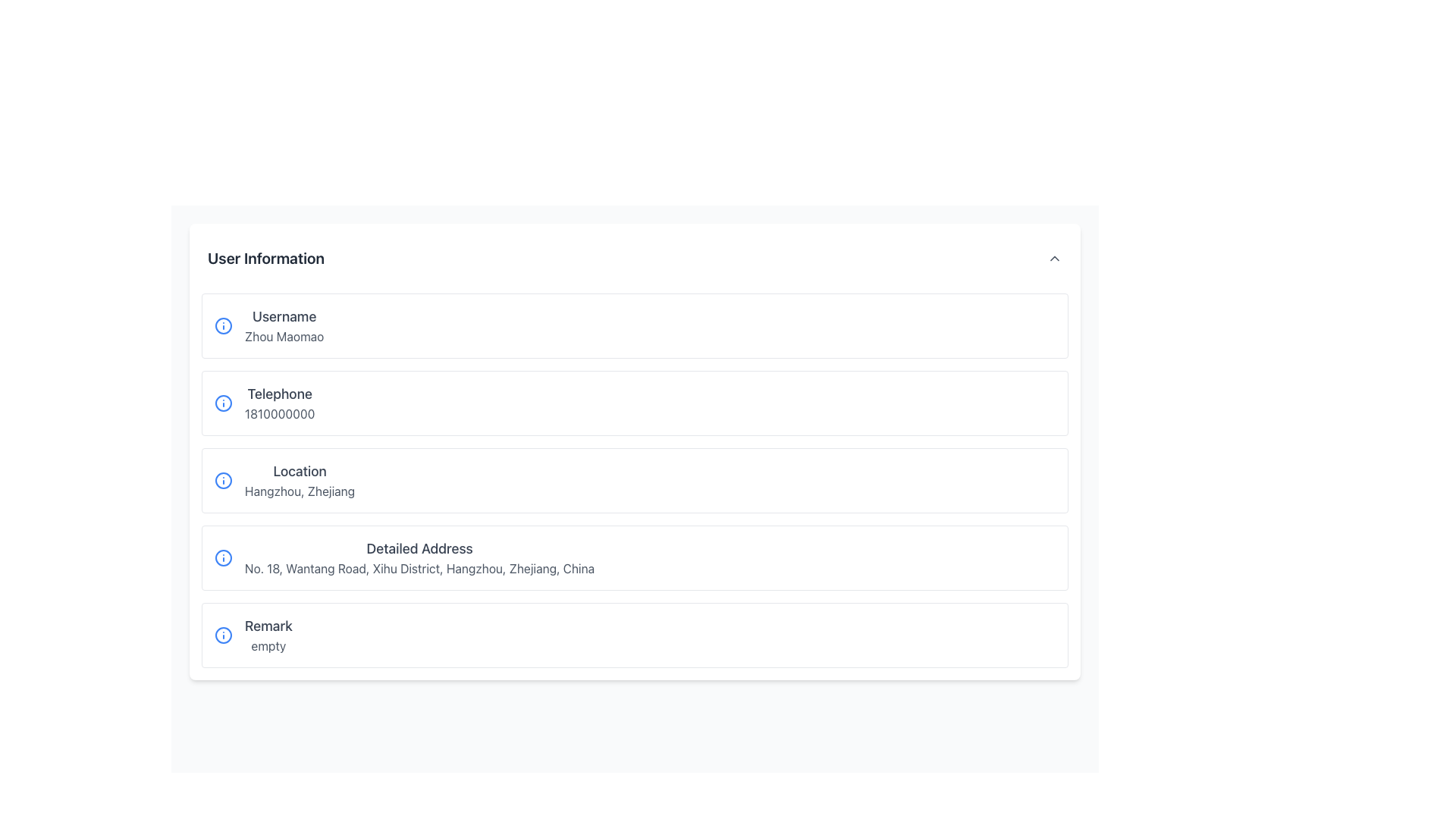 Image resolution: width=1456 pixels, height=819 pixels. Describe the element at coordinates (1054, 257) in the screenshot. I see `the upward-pointing chevron arrow icon located to the far right of the 'User Information' header` at that location.